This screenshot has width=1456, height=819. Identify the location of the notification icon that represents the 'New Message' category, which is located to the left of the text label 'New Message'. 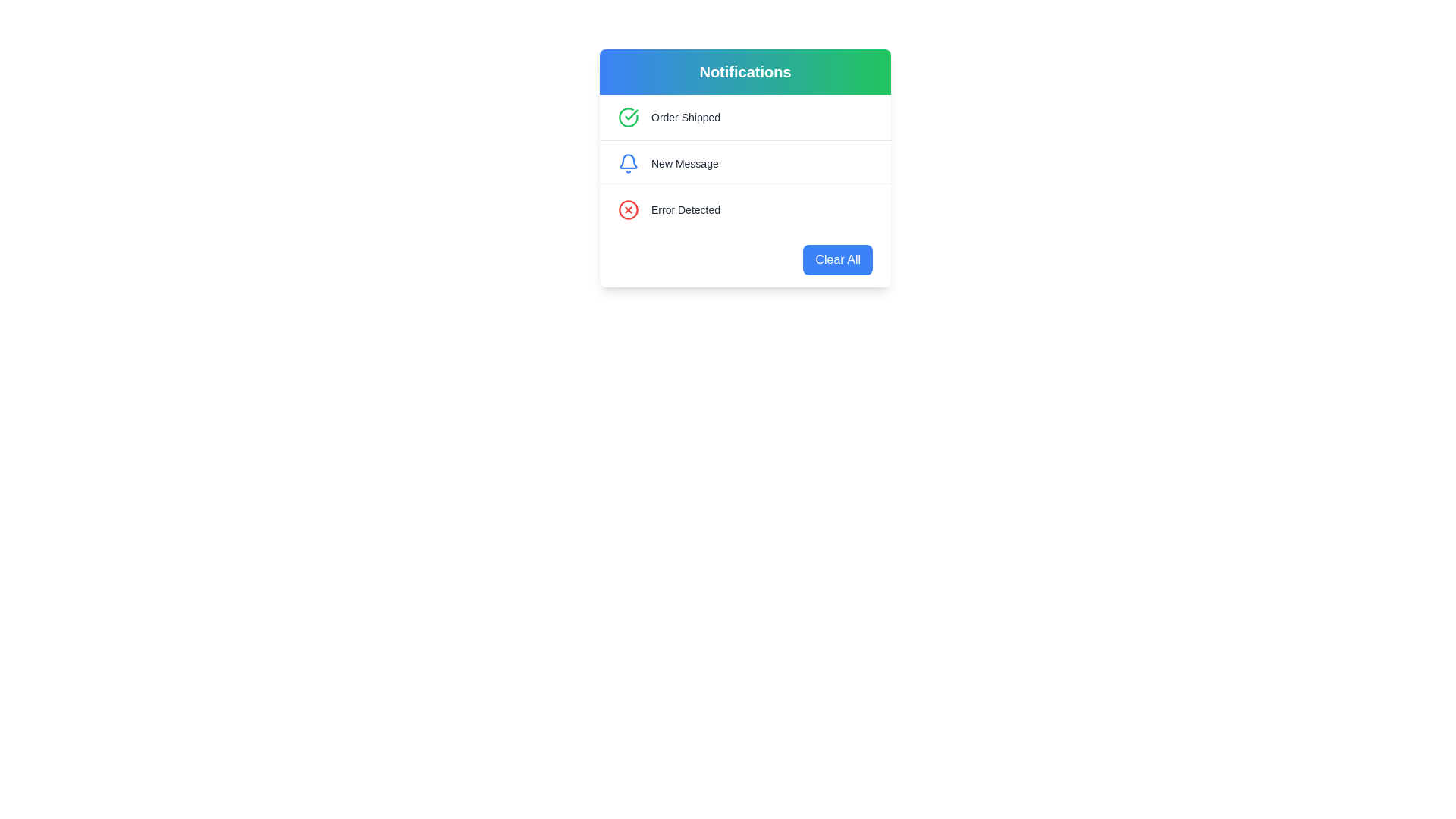
(629, 164).